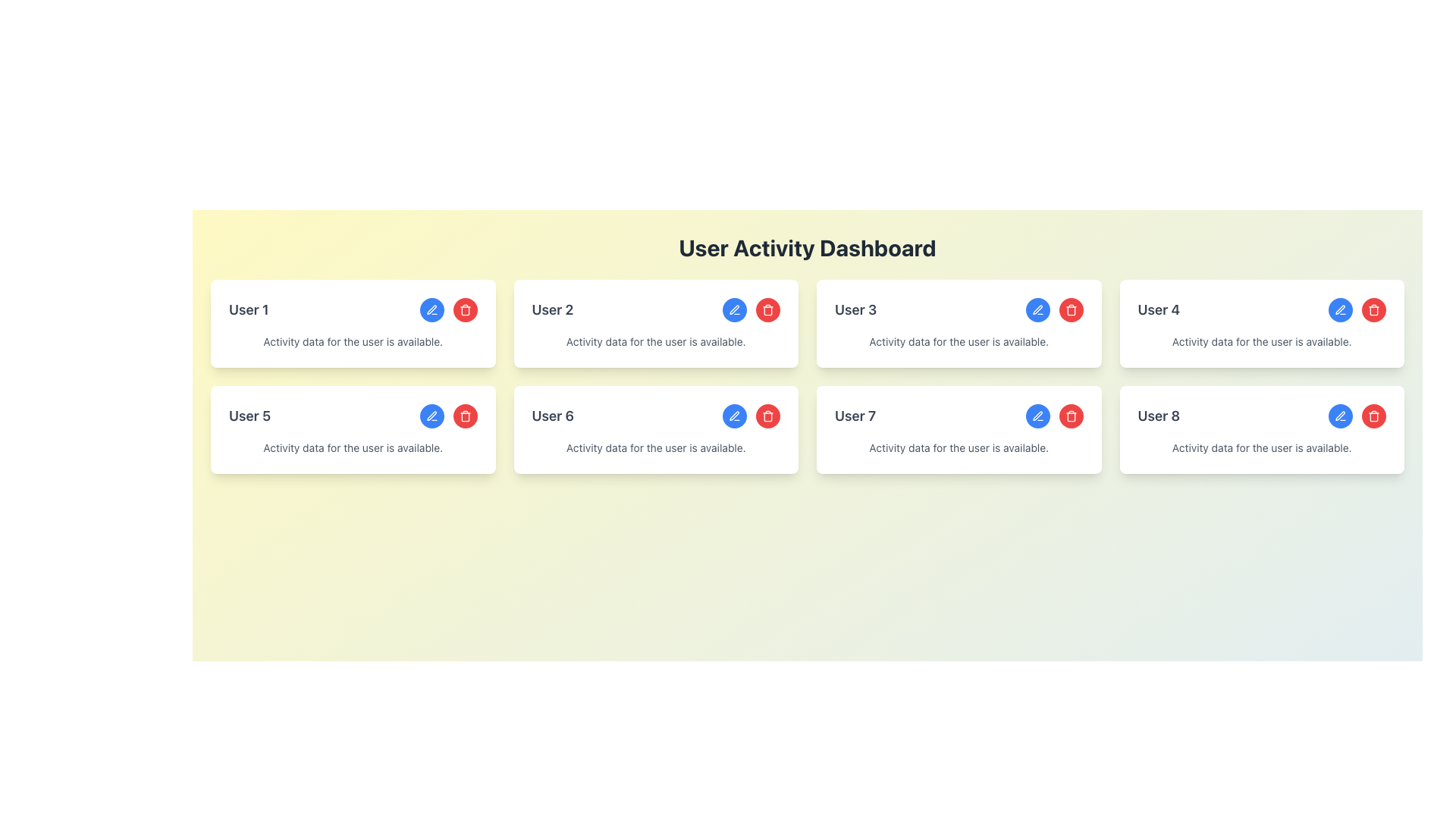 Image resolution: width=1456 pixels, height=819 pixels. What do you see at coordinates (352, 342) in the screenshot?
I see `the static text element providing status updates located below the title 'User 1' in the user activity dashboard grid` at bounding box center [352, 342].